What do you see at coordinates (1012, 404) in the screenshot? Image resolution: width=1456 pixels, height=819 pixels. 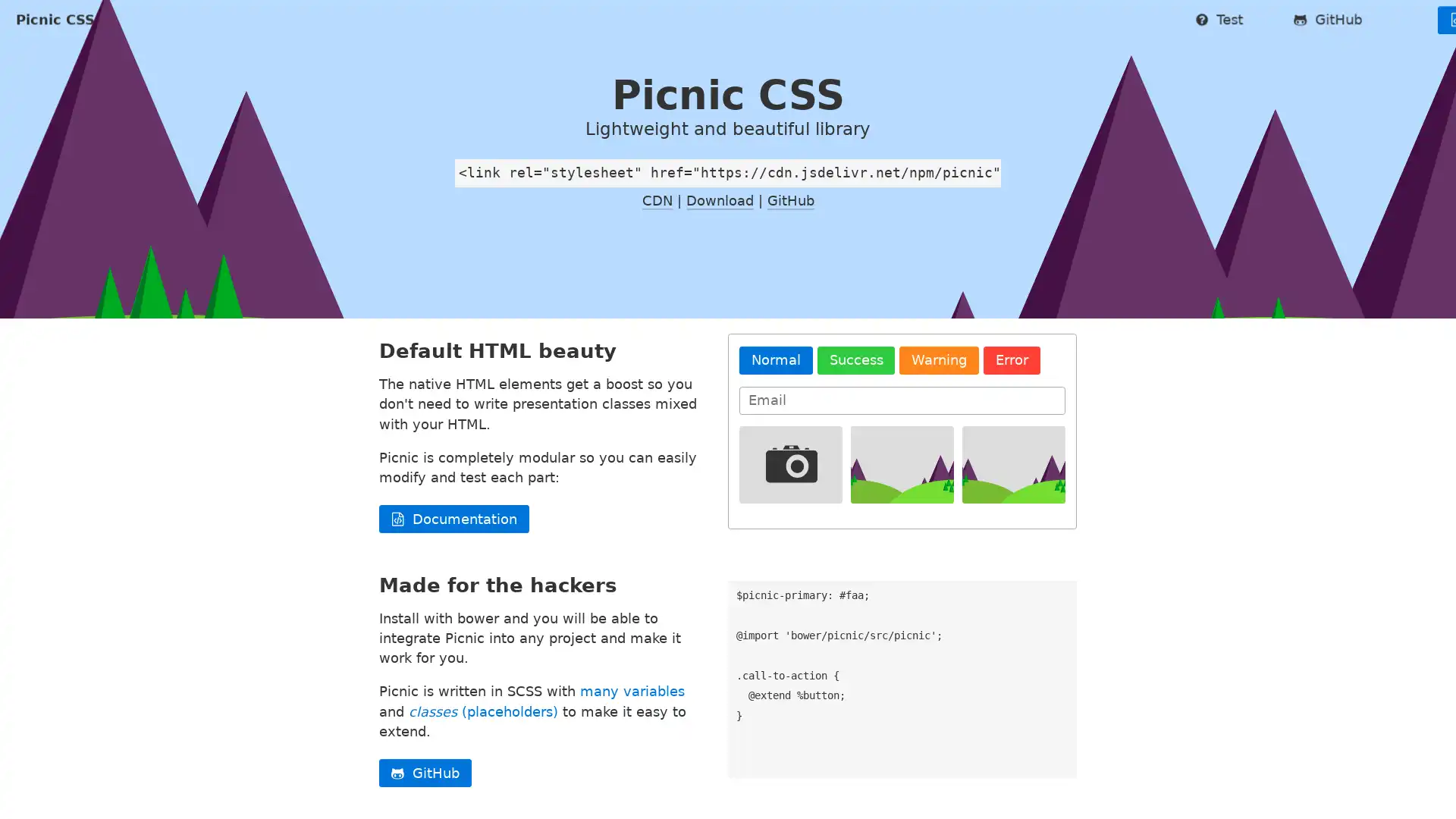 I see `Error` at bounding box center [1012, 404].